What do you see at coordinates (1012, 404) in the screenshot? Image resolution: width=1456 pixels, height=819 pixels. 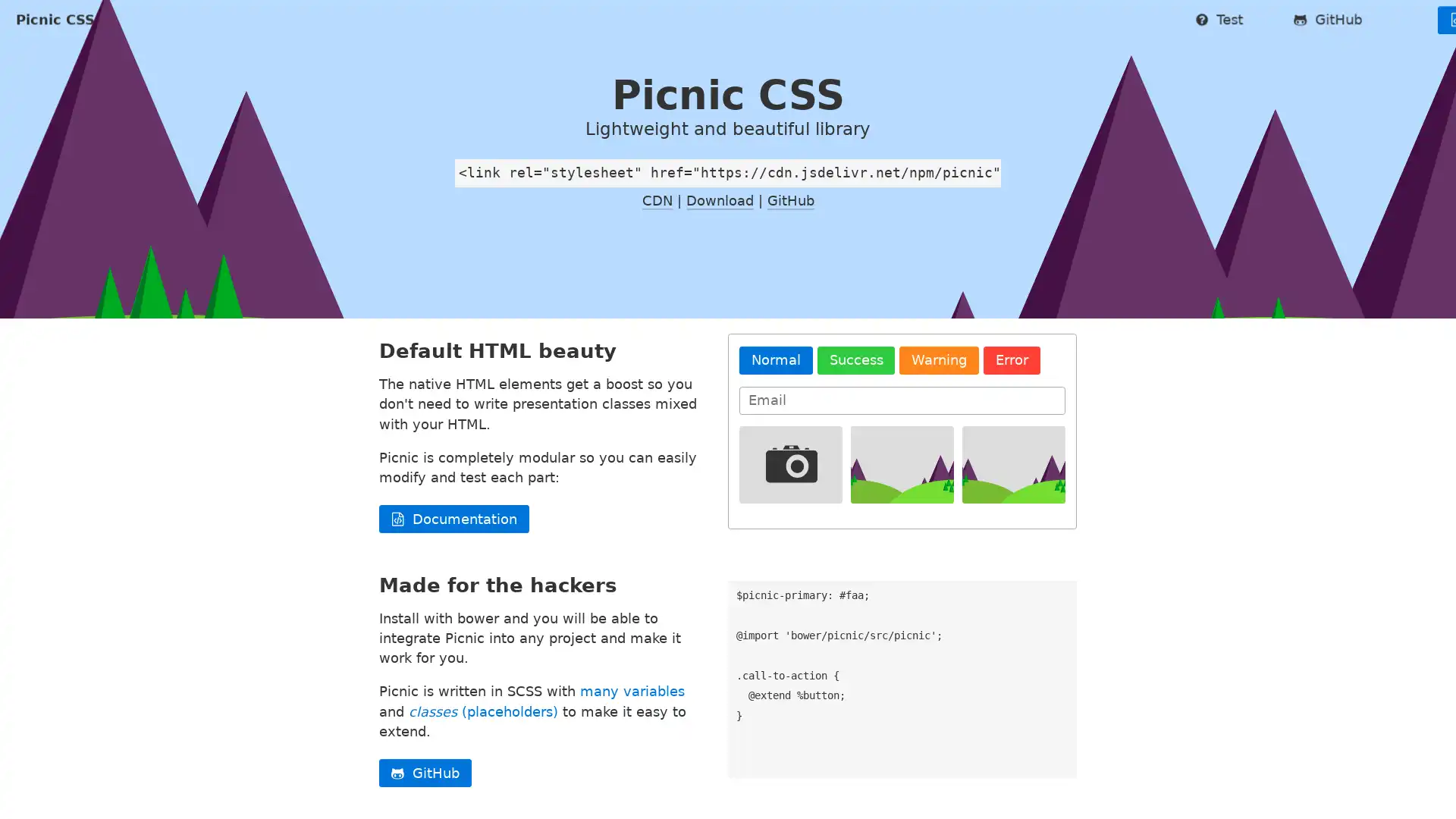 I see `Error` at bounding box center [1012, 404].